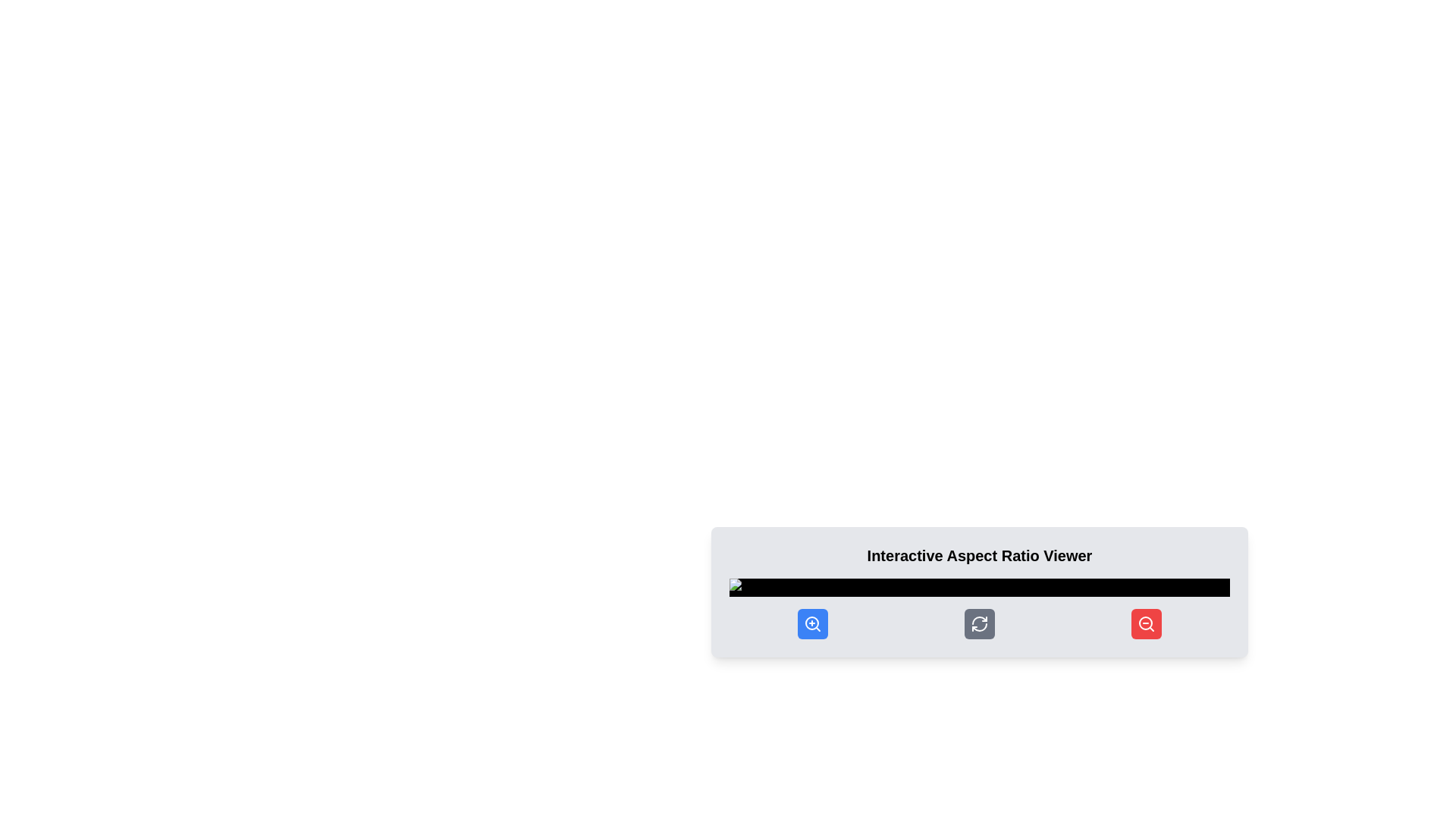 This screenshot has width=1456, height=819. I want to click on the refresh icon located in the central part of the toolbar at the bottom of the interface, so click(979, 623).